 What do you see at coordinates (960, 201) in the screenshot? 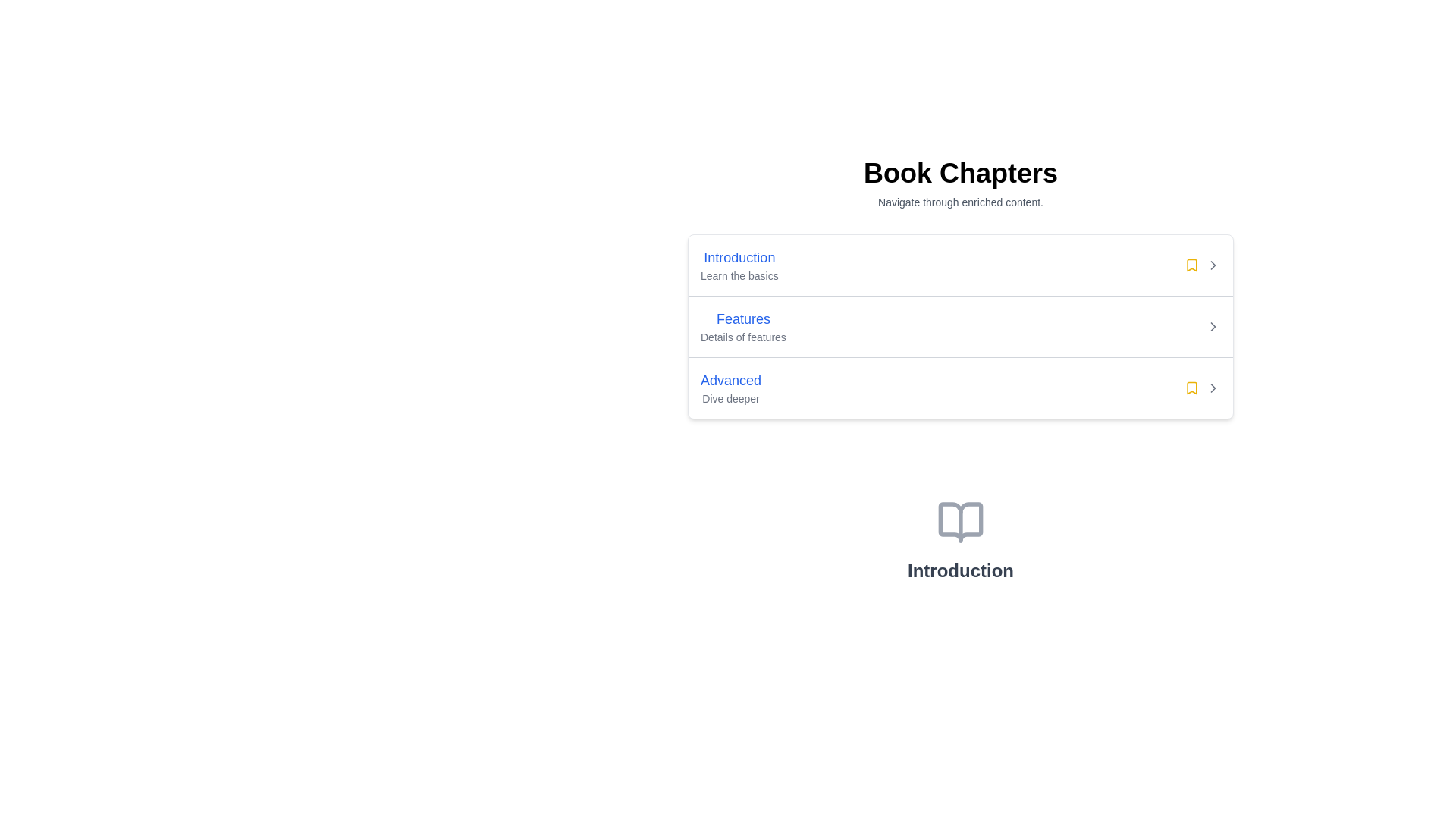
I see `the text label displaying 'Navigate through enriched content.' which is located directly beneath the 'Book Chapters' header` at bounding box center [960, 201].